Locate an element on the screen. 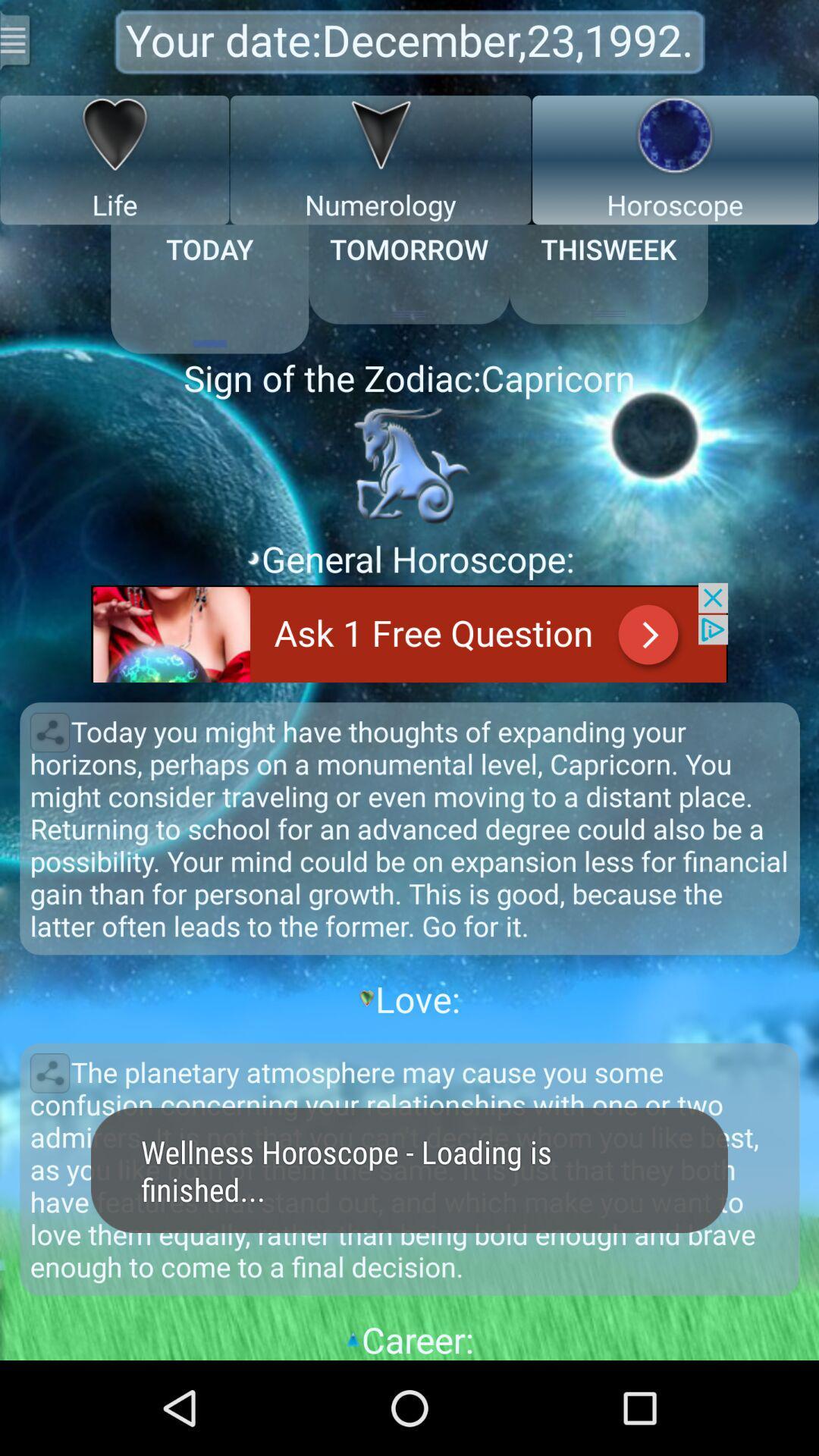  ask i free question is located at coordinates (409, 632).